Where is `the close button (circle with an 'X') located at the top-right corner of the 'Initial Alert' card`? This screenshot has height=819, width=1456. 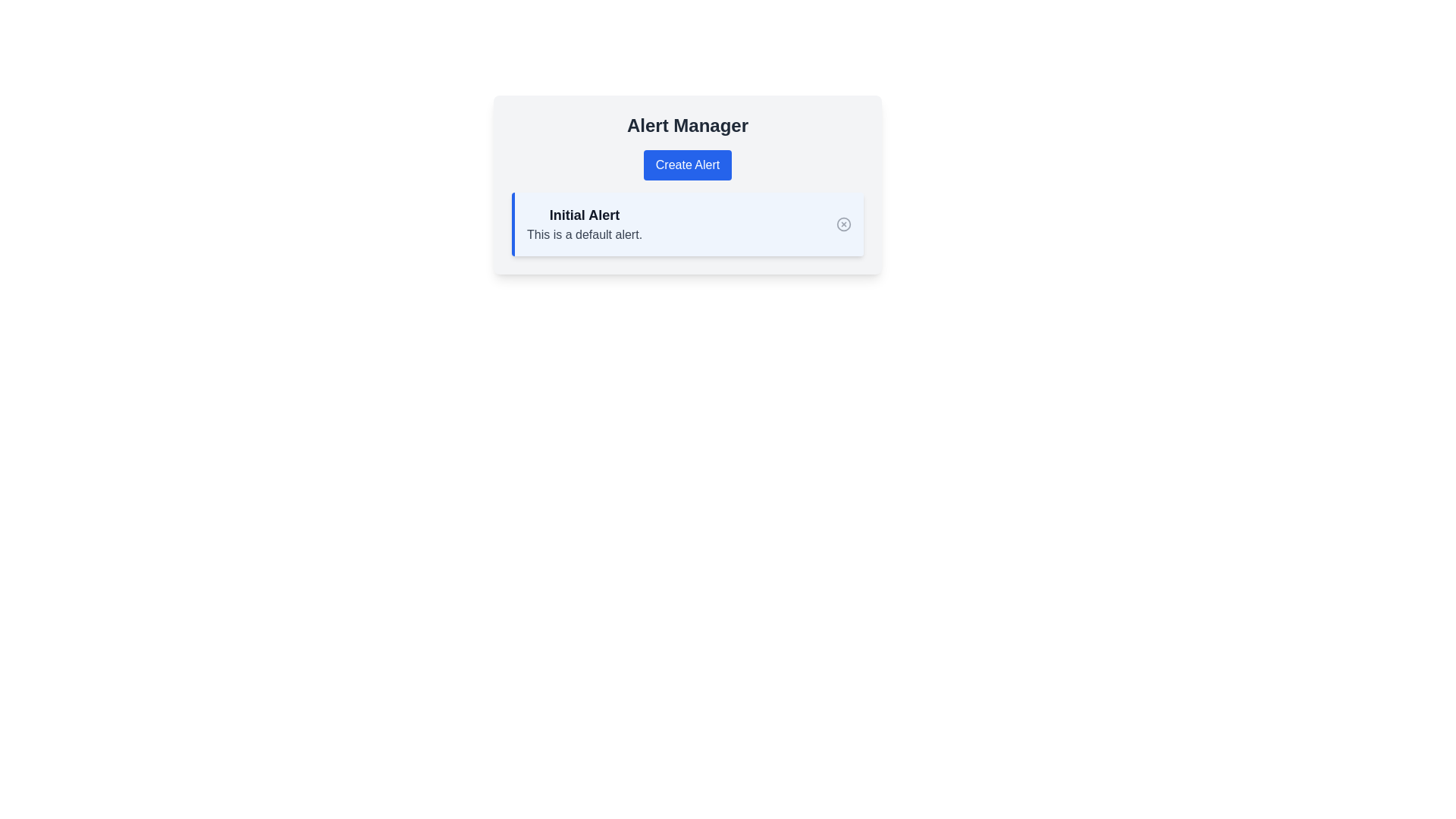
the close button (circle with an 'X') located at the top-right corner of the 'Initial Alert' card is located at coordinates (843, 224).